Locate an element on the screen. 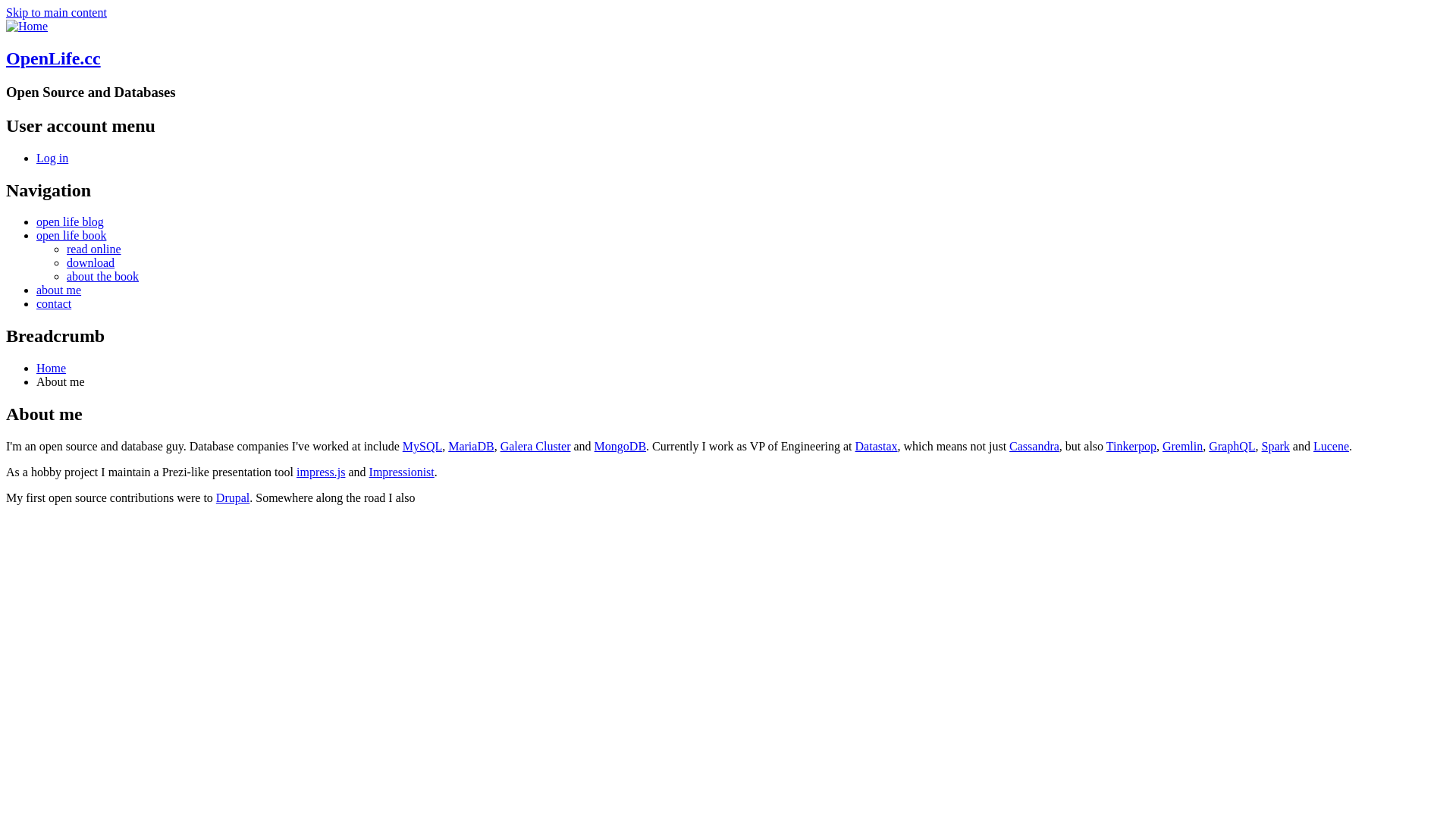 The height and width of the screenshot is (819, 1456). 'MySQL' is located at coordinates (422, 445).